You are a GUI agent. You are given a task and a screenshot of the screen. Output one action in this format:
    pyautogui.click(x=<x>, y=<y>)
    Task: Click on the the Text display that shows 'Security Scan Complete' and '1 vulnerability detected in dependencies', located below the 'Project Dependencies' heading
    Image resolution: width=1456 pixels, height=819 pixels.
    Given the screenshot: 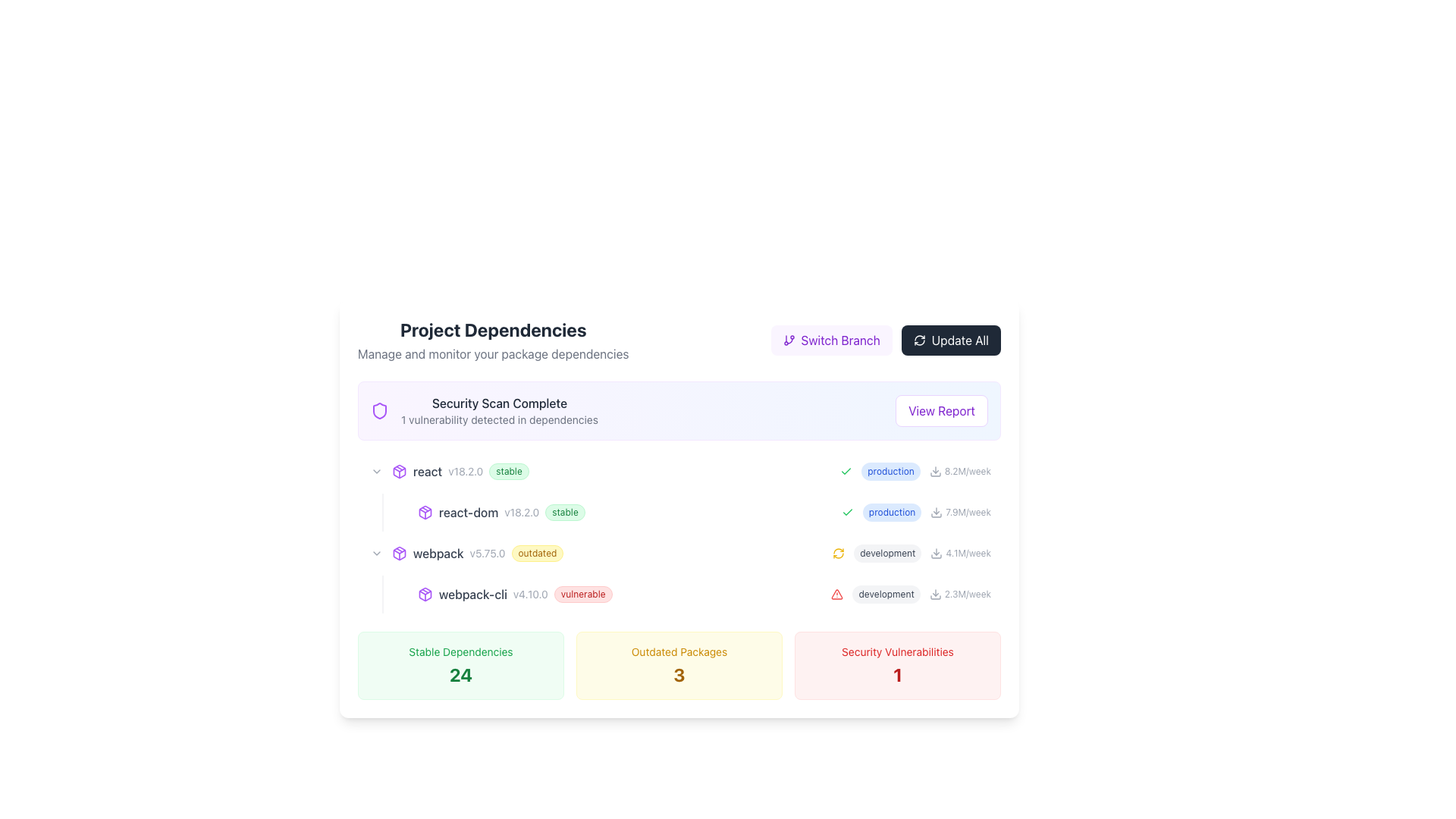 What is the action you would take?
    pyautogui.click(x=499, y=411)
    